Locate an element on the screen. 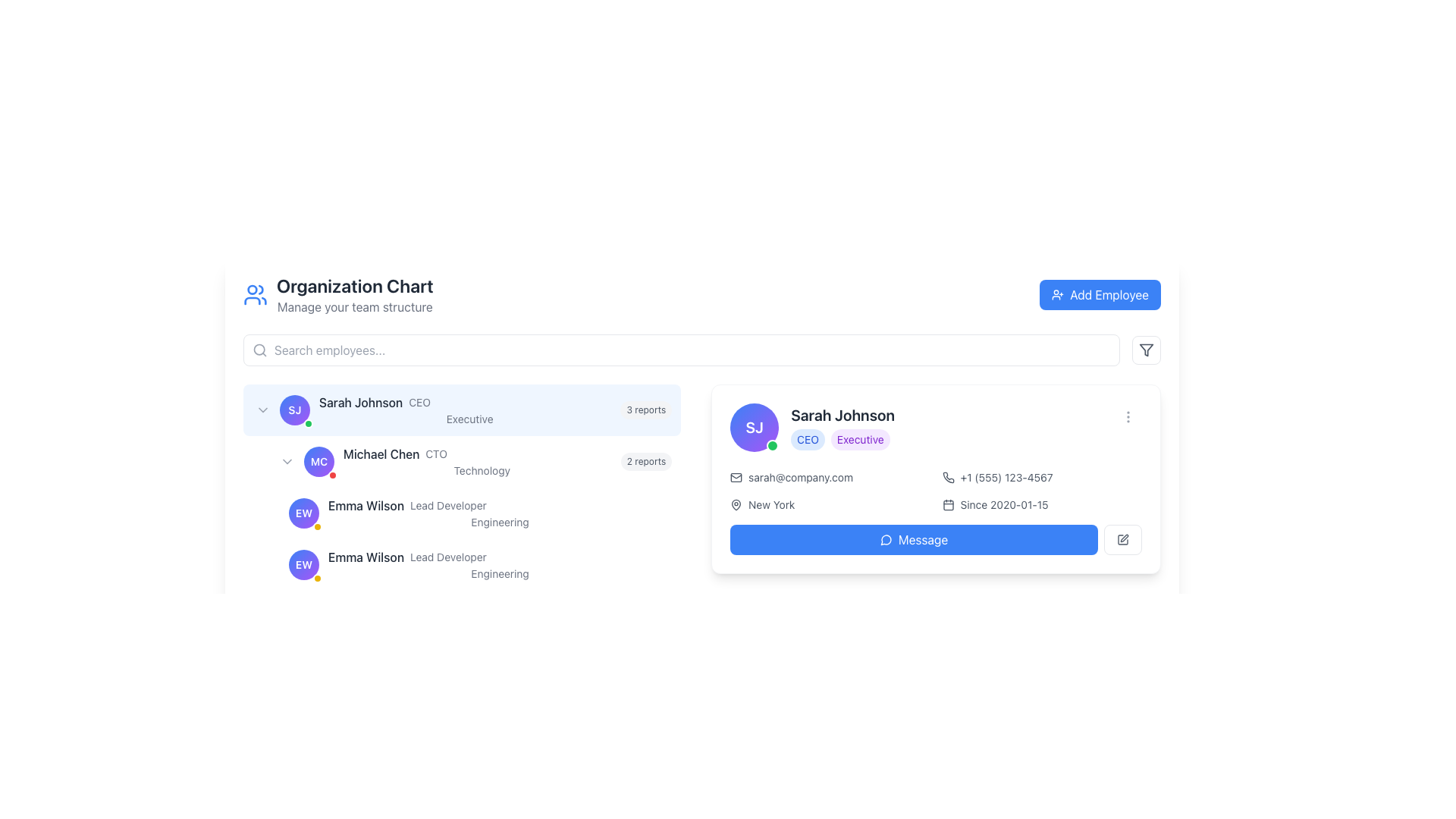 Image resolution: width=1456 pixels, height=819 pixels. the static text label displaying 'Emma Wilson', which is styled in medium-weight dark gray font and positioned on the left side of a horizontal layout, adjacent to 'Lead Developer' is located at coordinates (366, 557).